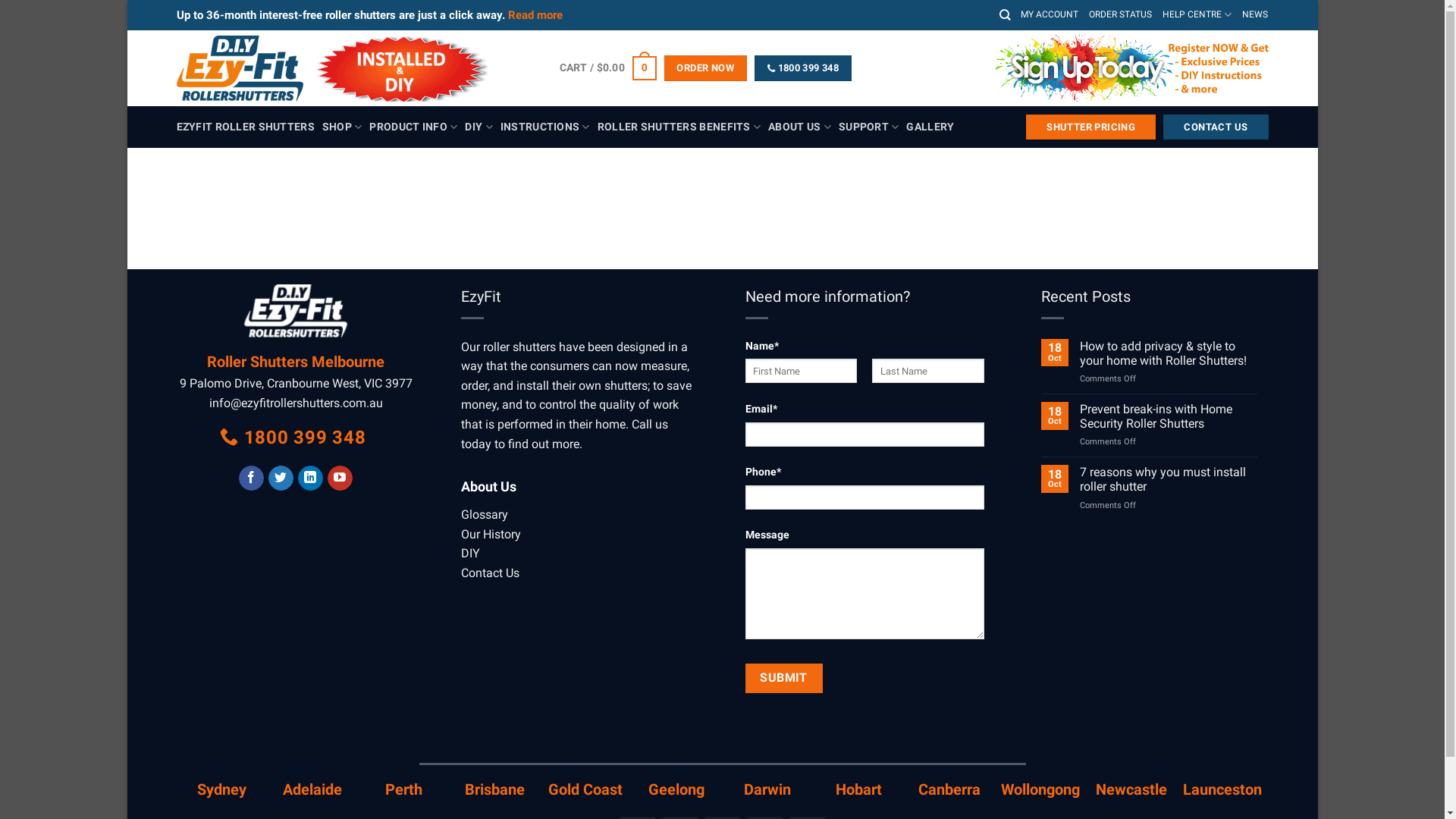  Describe the element at coordinates (295, 362) in the screenshot. I see `'Roller Shutters Melbourne'` at that location.